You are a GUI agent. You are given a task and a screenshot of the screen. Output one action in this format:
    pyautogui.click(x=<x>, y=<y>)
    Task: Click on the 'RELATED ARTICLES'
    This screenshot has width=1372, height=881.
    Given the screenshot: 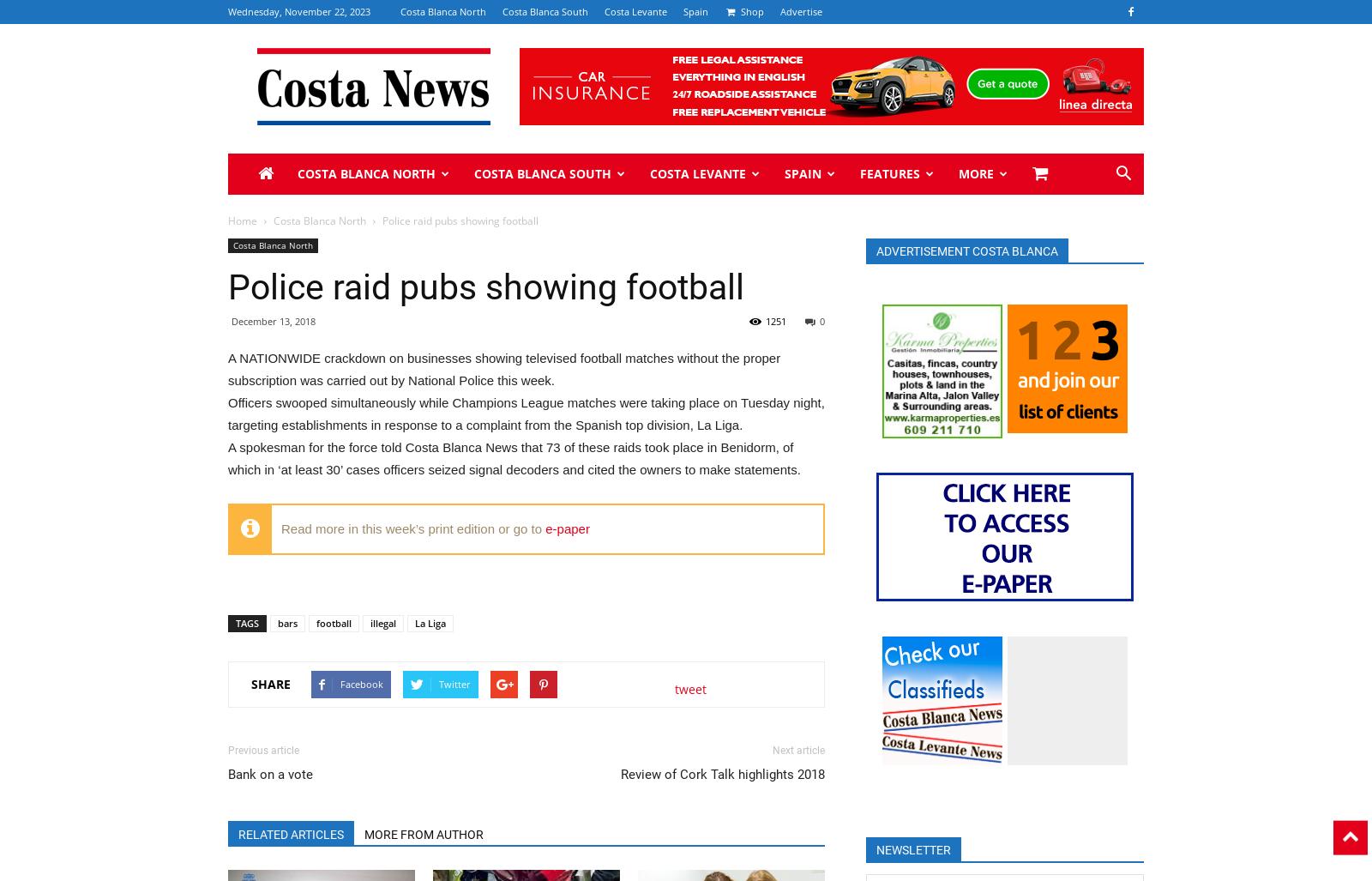 What is the action you would take?
    pyautogui.click(x=291, y=832)
    